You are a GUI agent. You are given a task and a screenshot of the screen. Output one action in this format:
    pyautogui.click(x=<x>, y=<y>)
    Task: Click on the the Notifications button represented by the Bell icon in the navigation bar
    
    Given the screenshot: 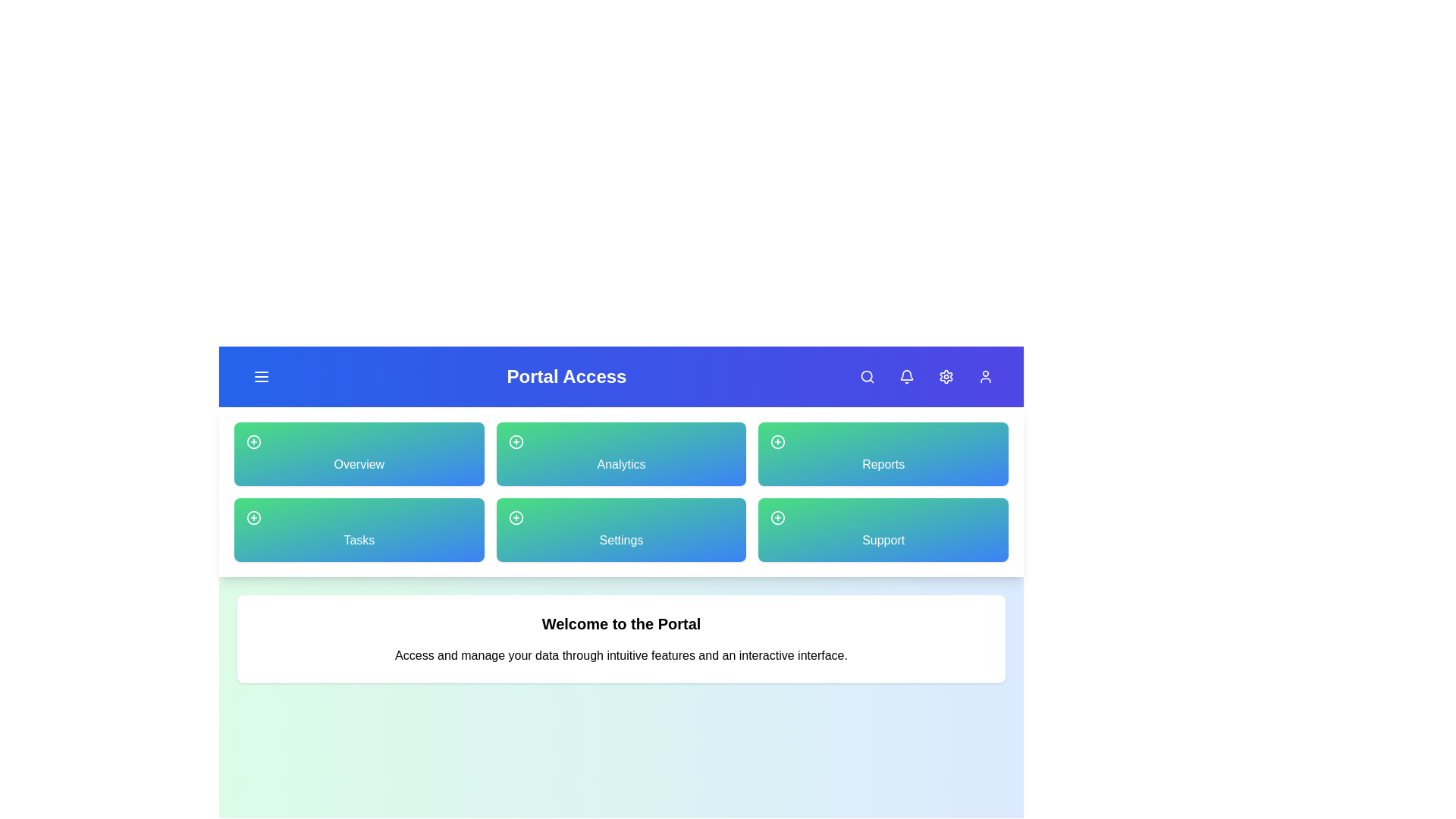 What is the action you would take?
    pyautogui.click(x=906, y=376)
    